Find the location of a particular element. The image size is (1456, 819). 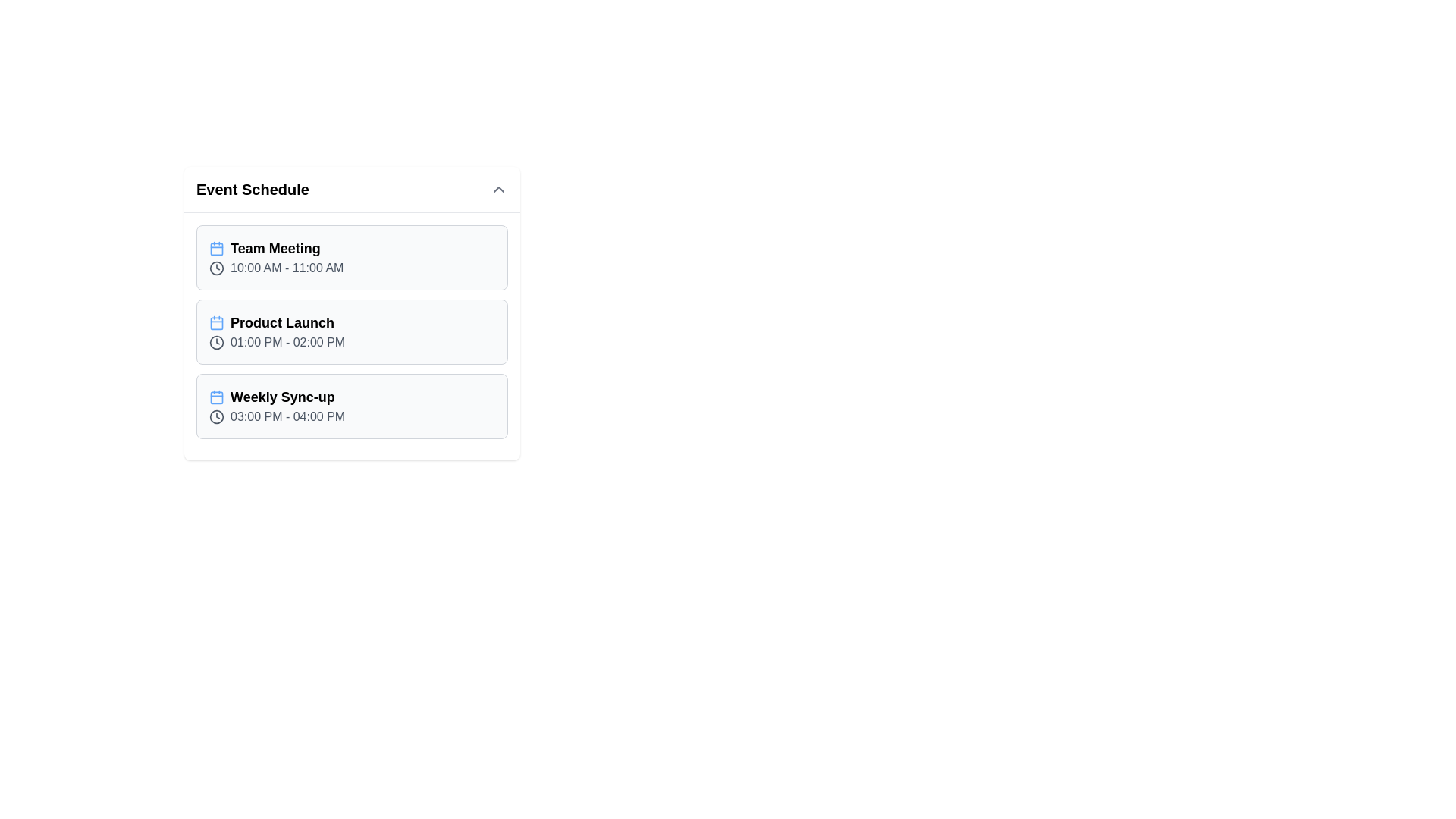

the time icon located to the left of the time range '03:00 PM - 04:00 PM' in the 'Weekly Sync-up' event row is located at coordinates (216, 417).